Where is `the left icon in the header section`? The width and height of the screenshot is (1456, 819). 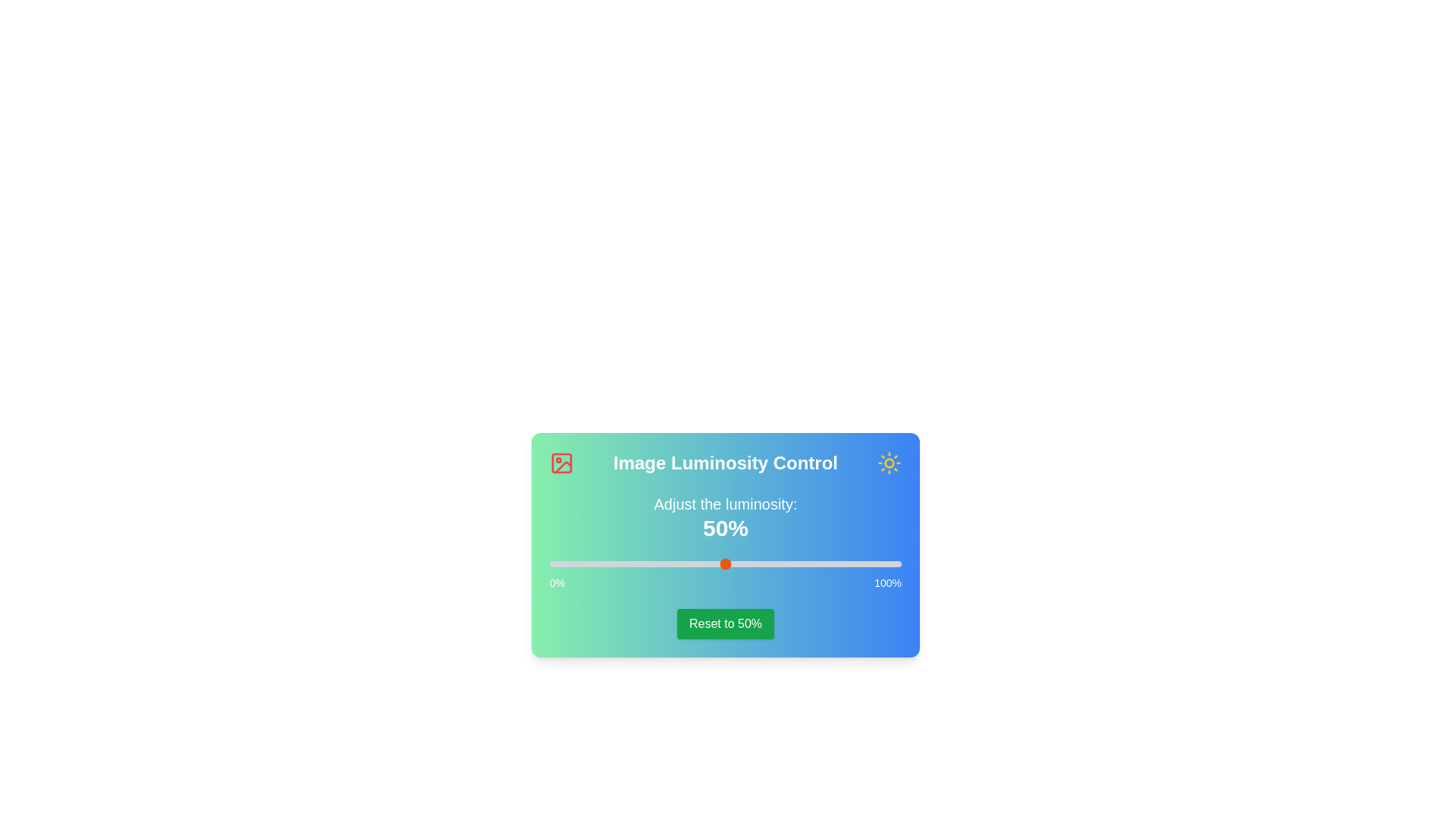
the left icon in the header section is located at coordinates (560, 462).